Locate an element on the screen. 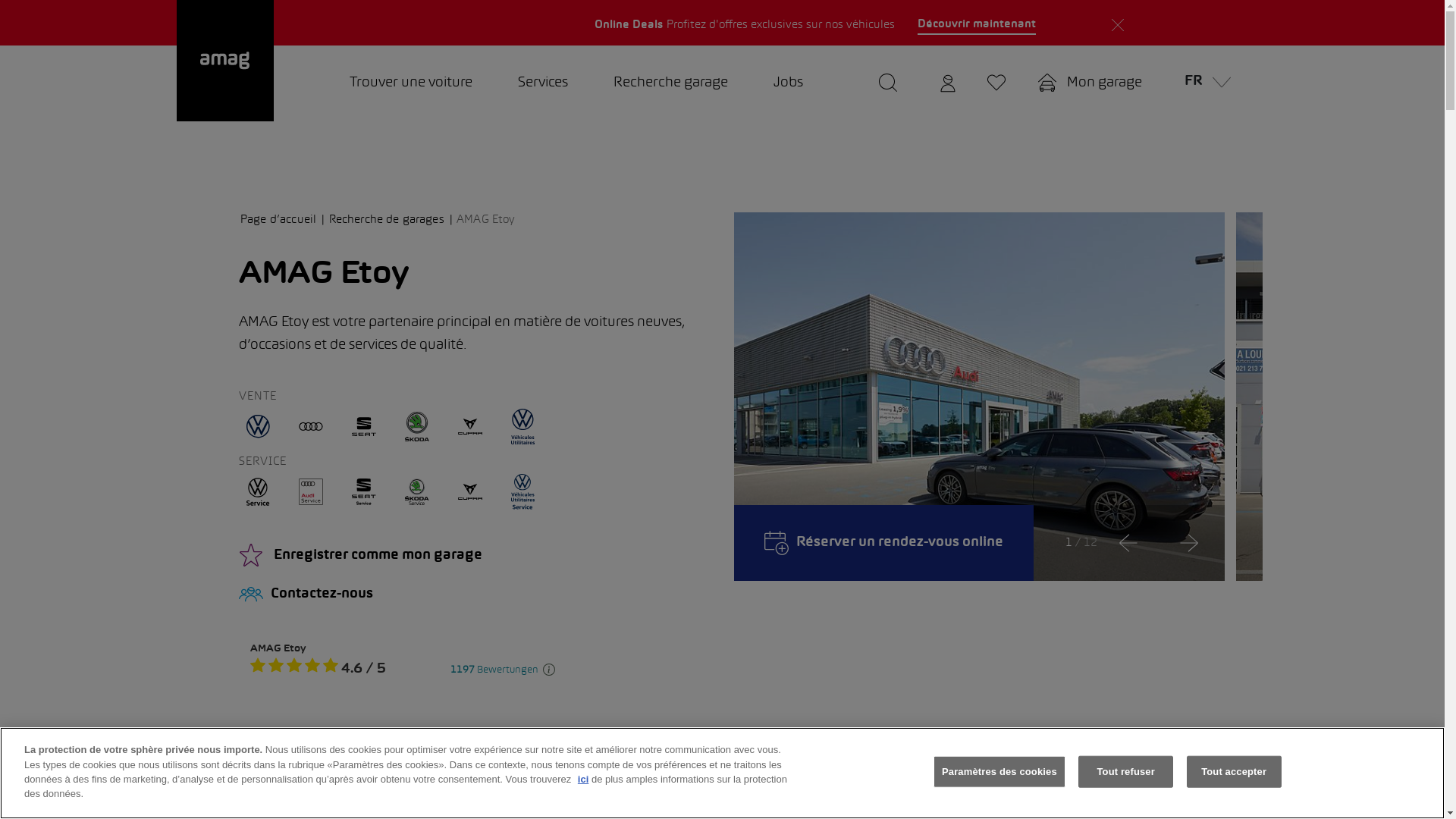 The width and height of the screenshot is (1456, 819). 'Trouver une voiture' is located at coordinates (410, 83).